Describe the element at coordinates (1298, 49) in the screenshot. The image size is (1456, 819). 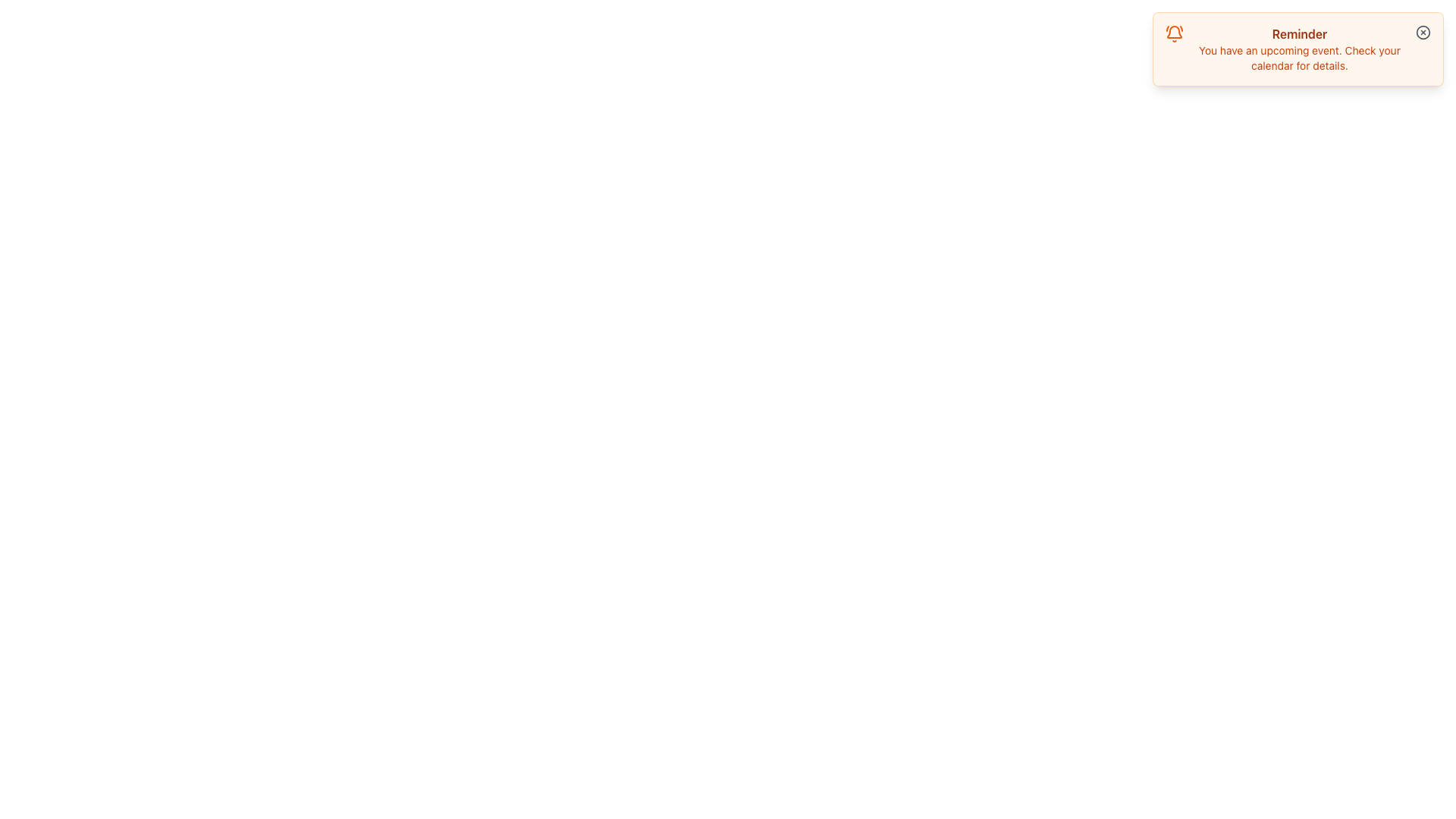
I see `the Text Block displaying 'Reminder' and 'You have an upcoming event. Check your calendar for details.'` at that location.